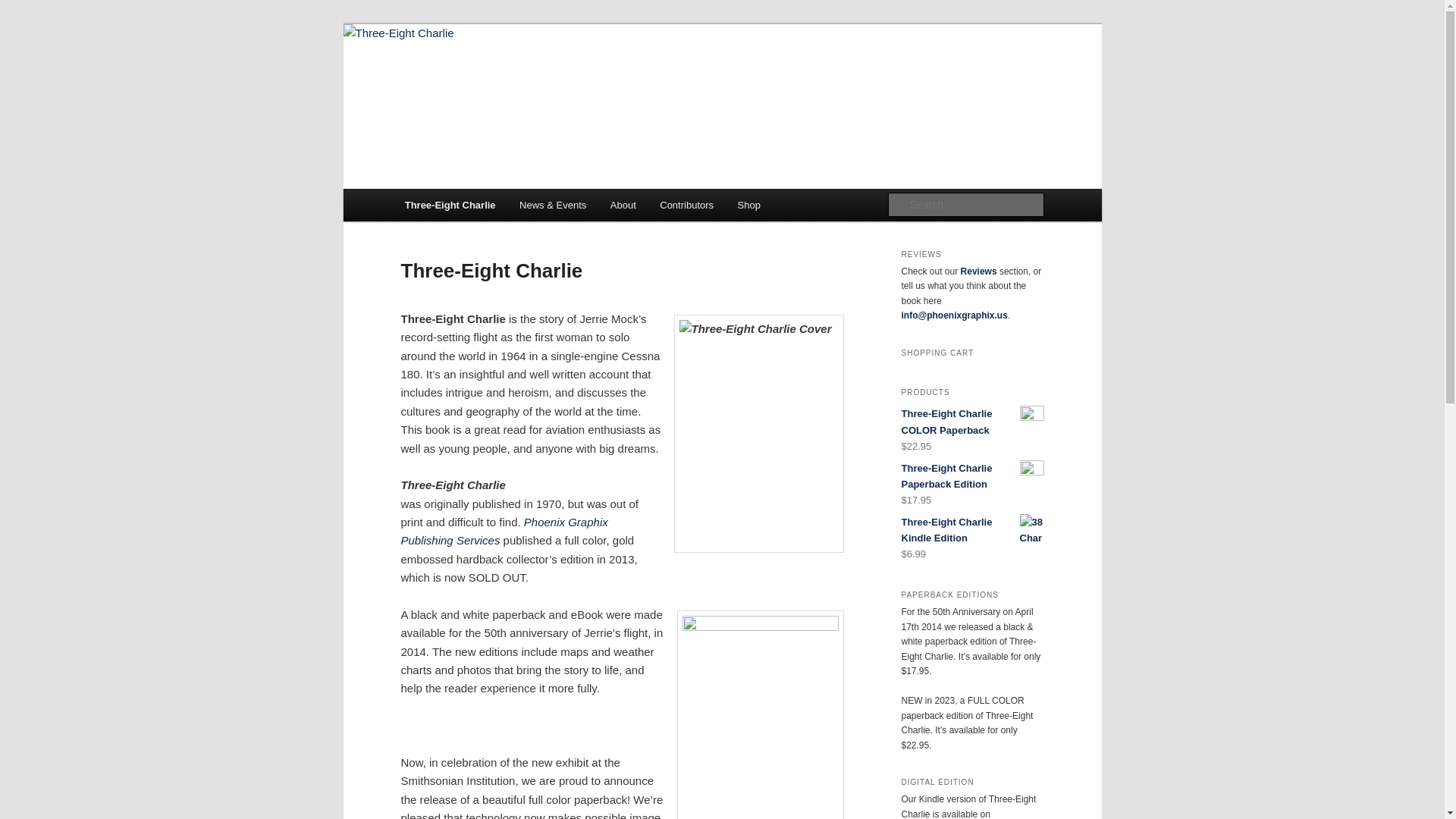 Image resolution: width=1456 pixels, height=819 pixels. I want to click on 'Reviews', so click(979, 271).